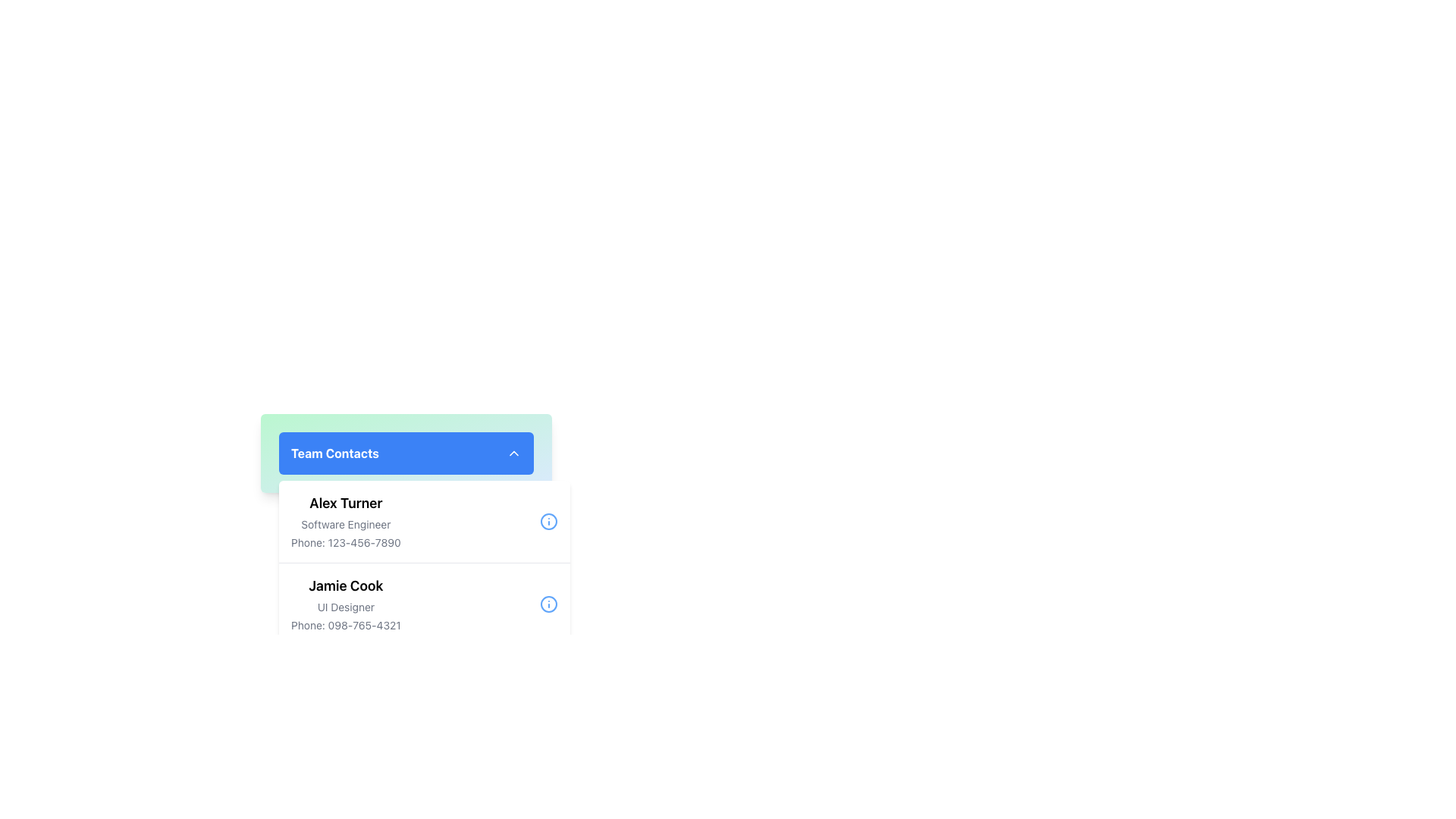  Describe the element at coordinates (548, 520) in the screenshot. I see `the circular blue icon resembling an exclamation mark` at that location.